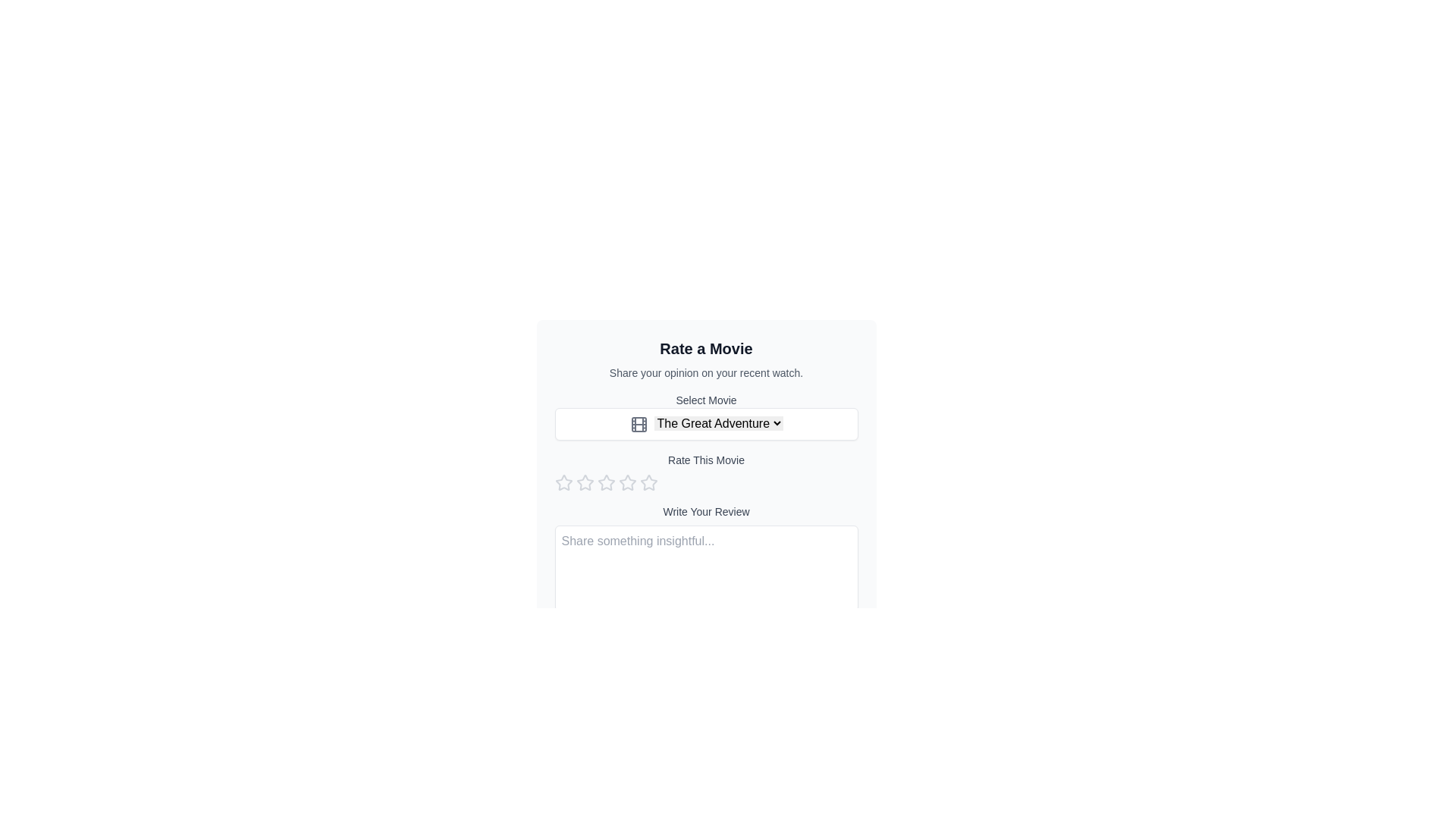 The height and width of the screenshot is (819, 1456). I want to click on the first rating star button, so click(584, 482).